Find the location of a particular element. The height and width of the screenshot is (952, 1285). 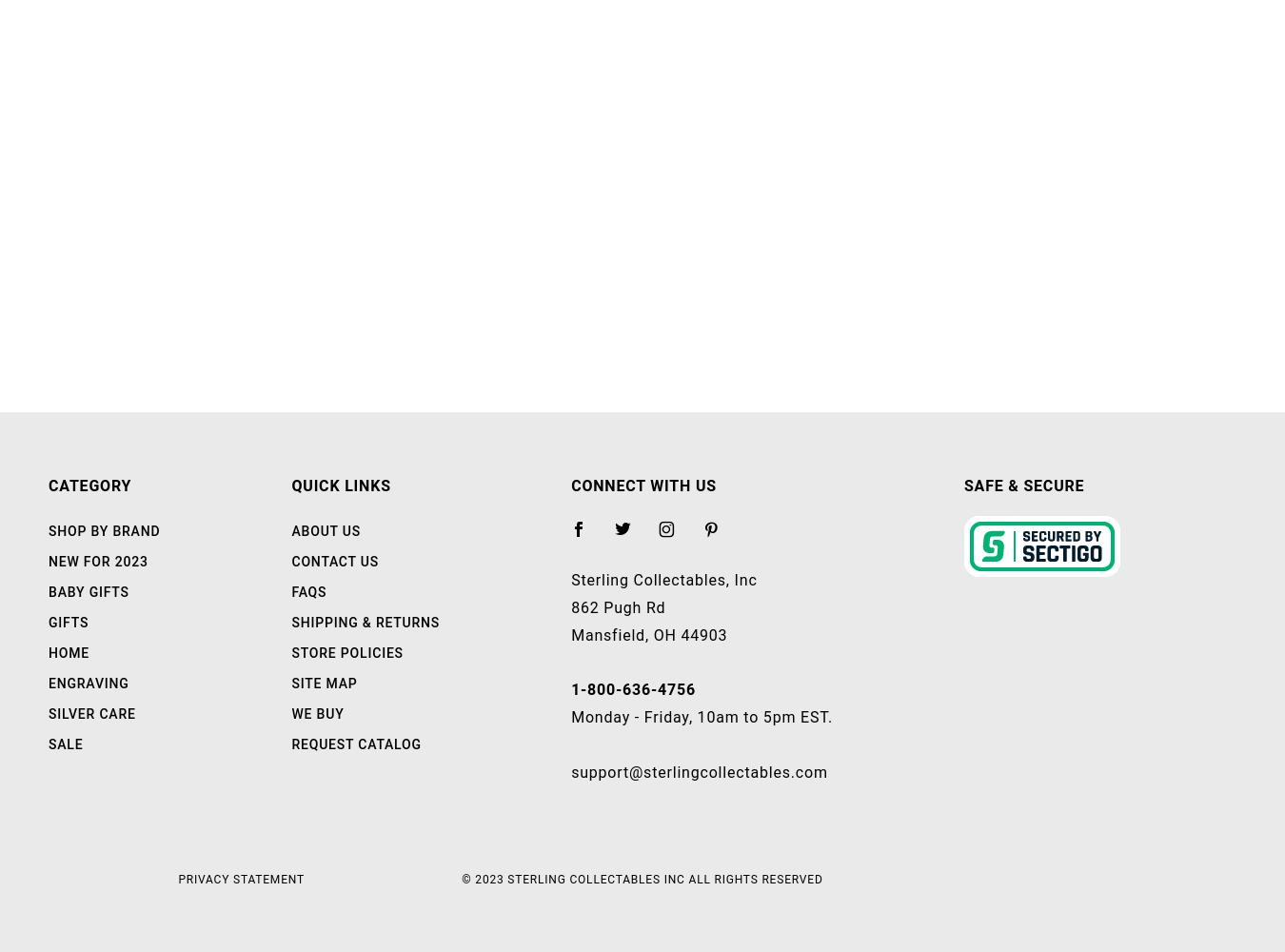

'Engraving' is located at coordinates (88, 683).